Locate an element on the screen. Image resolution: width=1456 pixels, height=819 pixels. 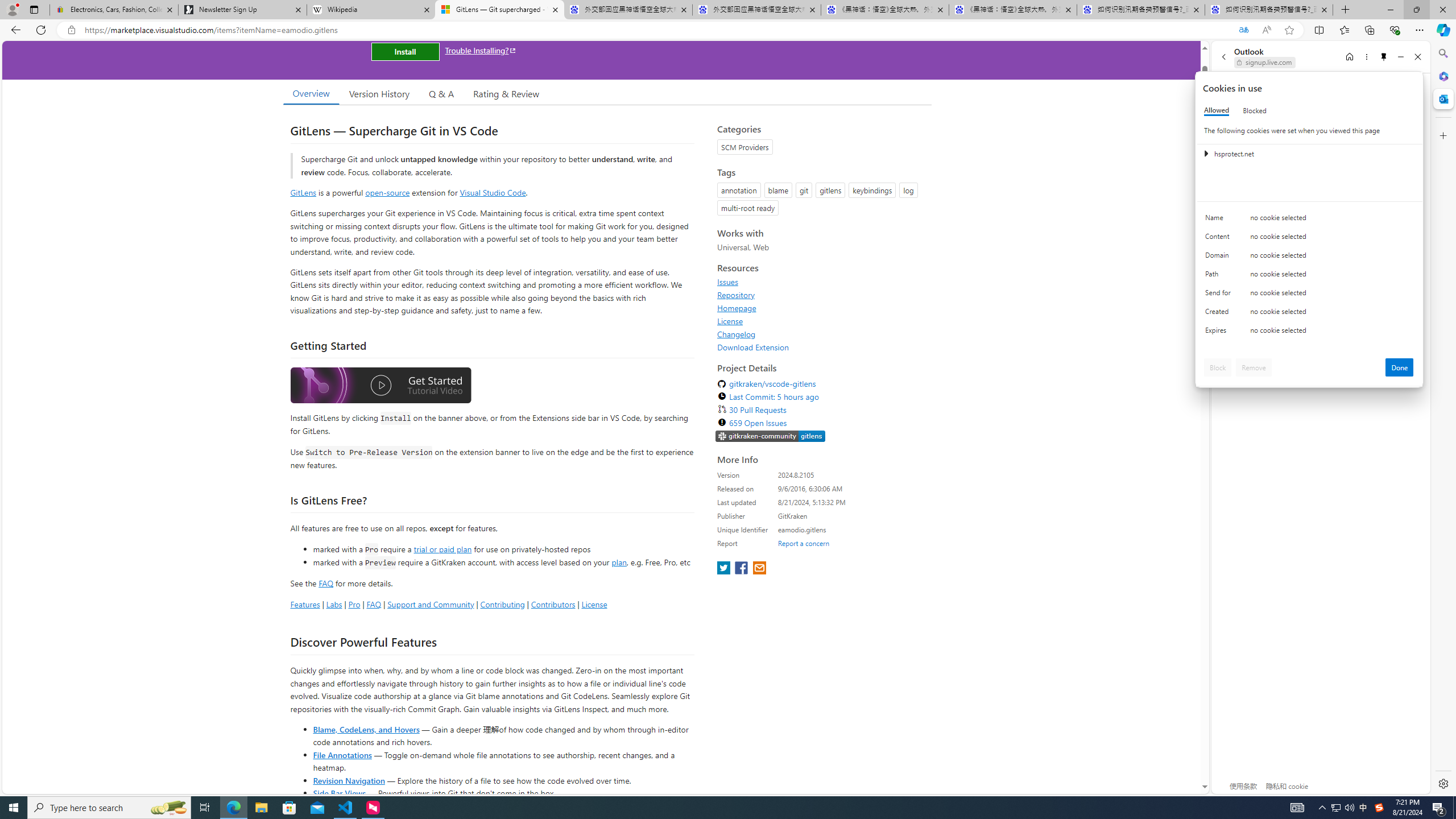
'Allowed' is located at coordinates (1215, 110).